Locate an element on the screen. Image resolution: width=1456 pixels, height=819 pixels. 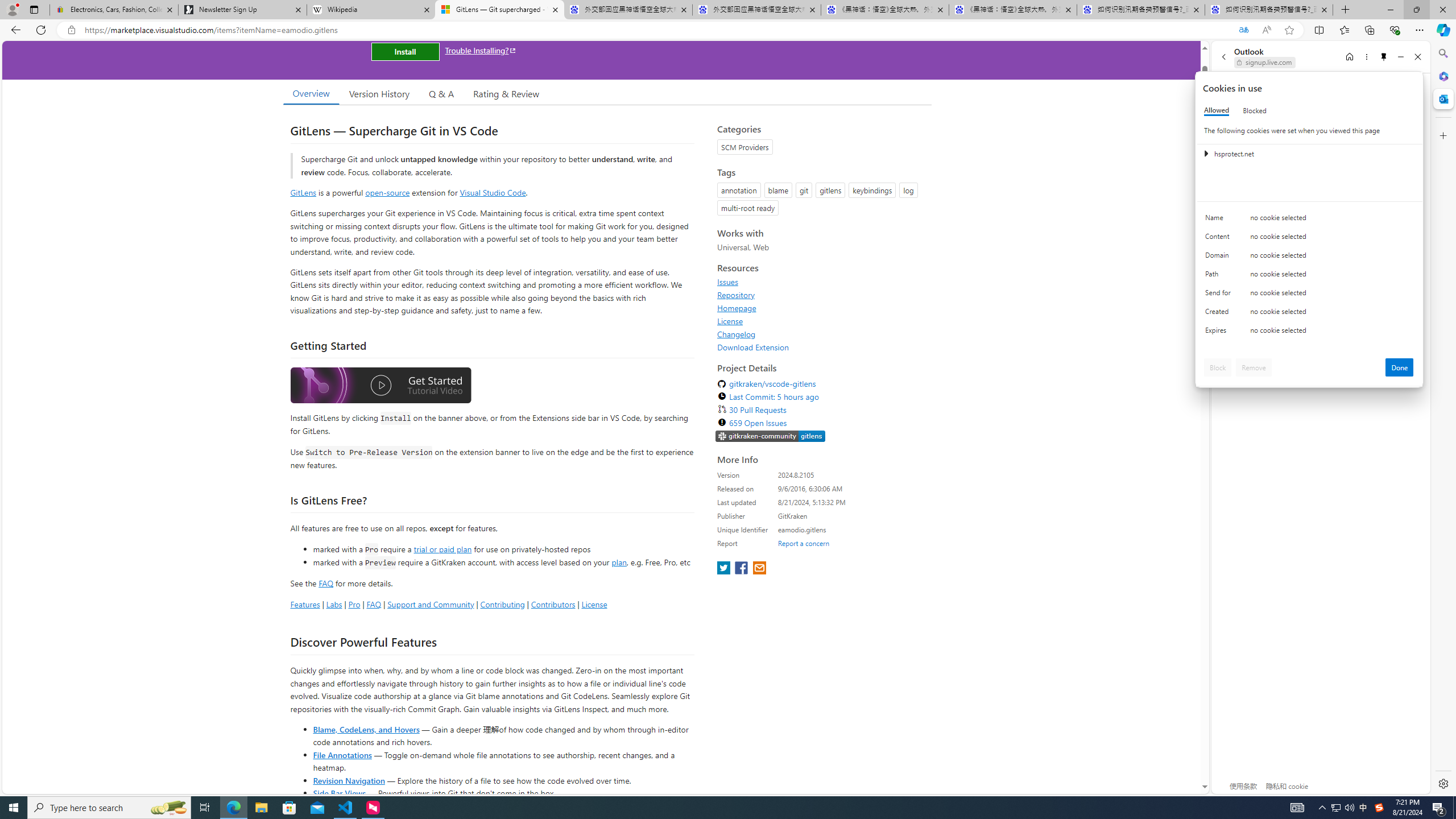
'Allowed' is located at coordinates (1215, 110).